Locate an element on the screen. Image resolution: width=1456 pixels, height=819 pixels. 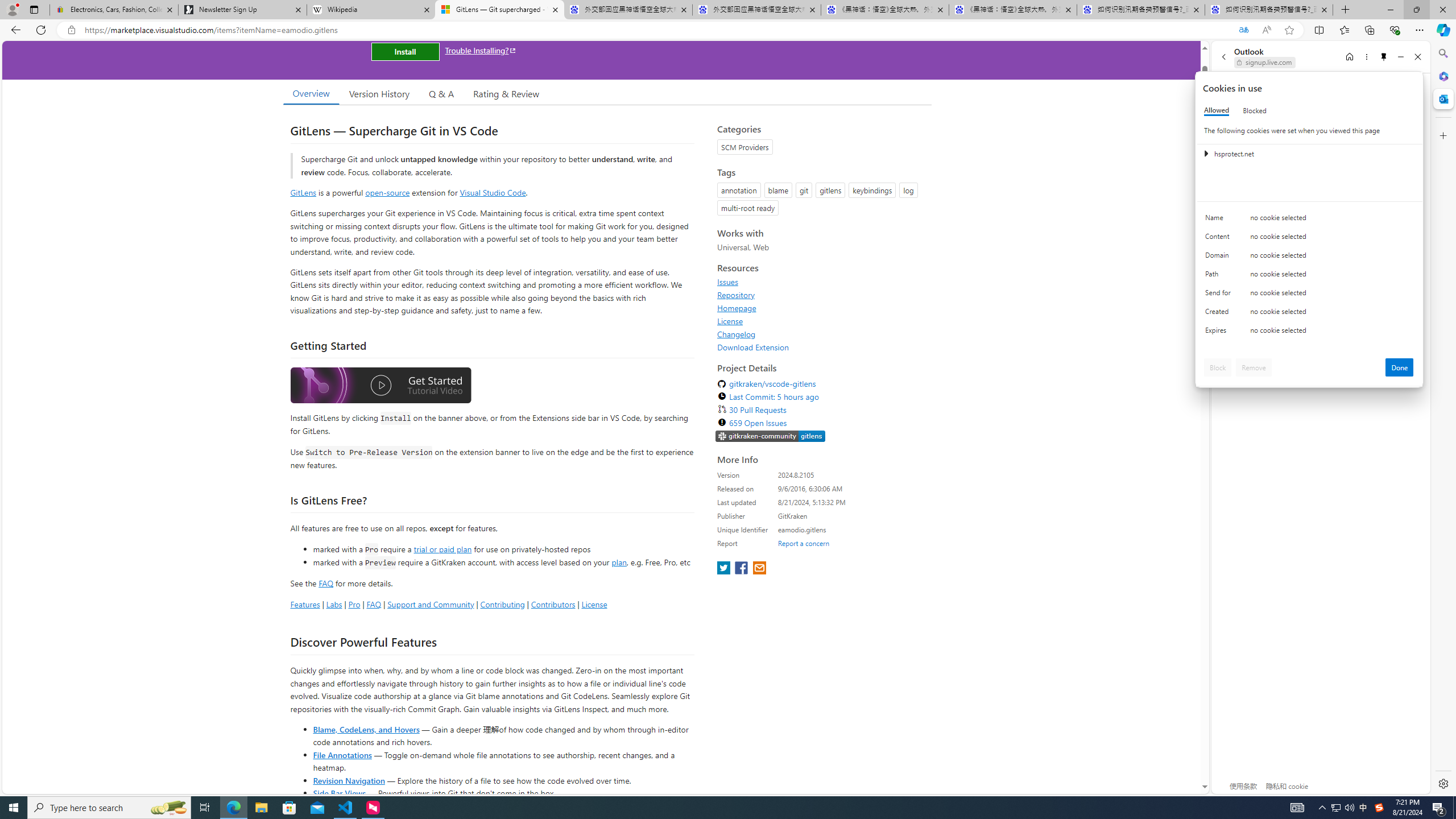
'Allowed' is located at coordinates (1215, 110).